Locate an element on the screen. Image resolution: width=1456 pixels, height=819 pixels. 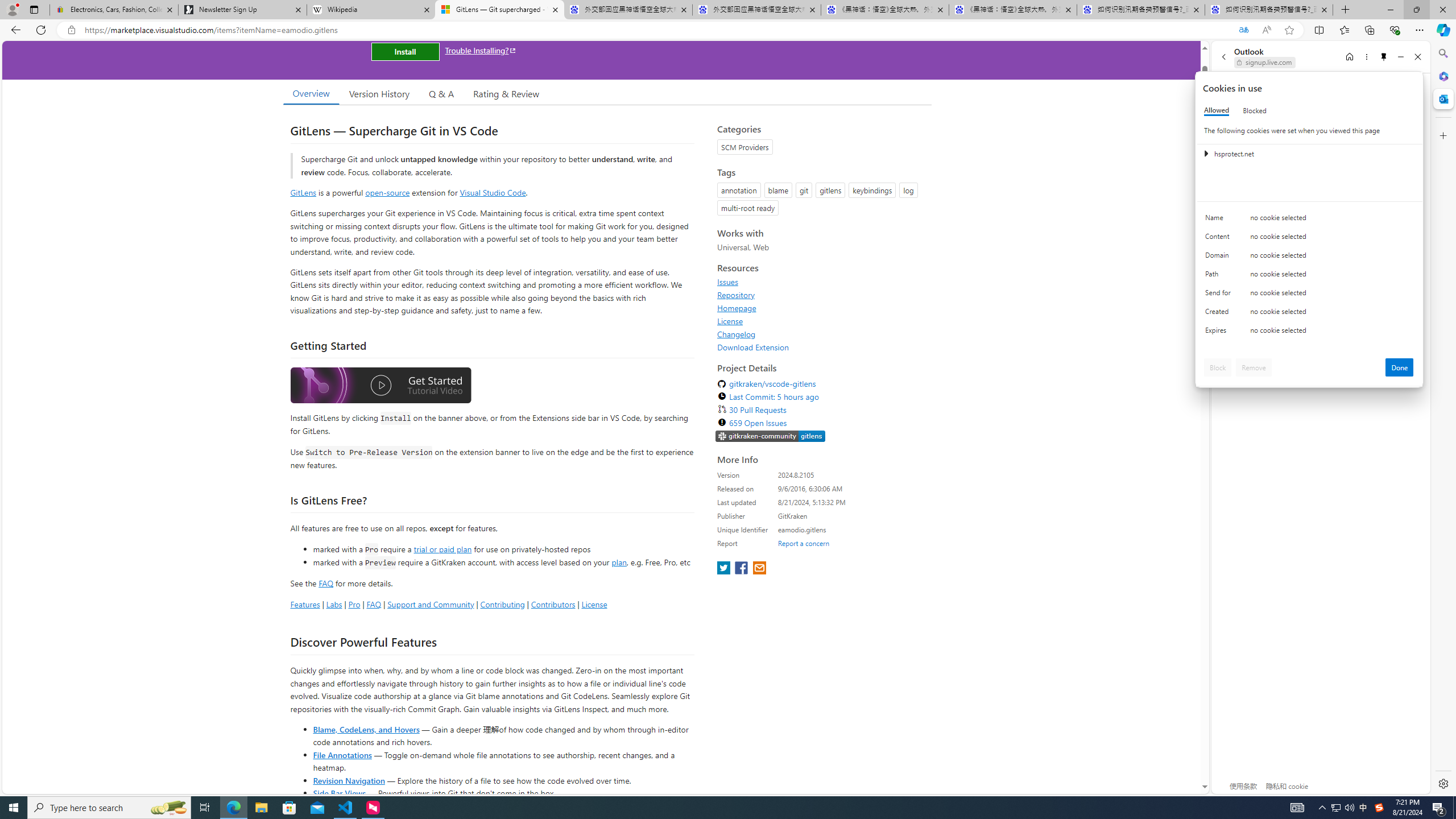
'Allowed' is located at coordinates (1215, 110).